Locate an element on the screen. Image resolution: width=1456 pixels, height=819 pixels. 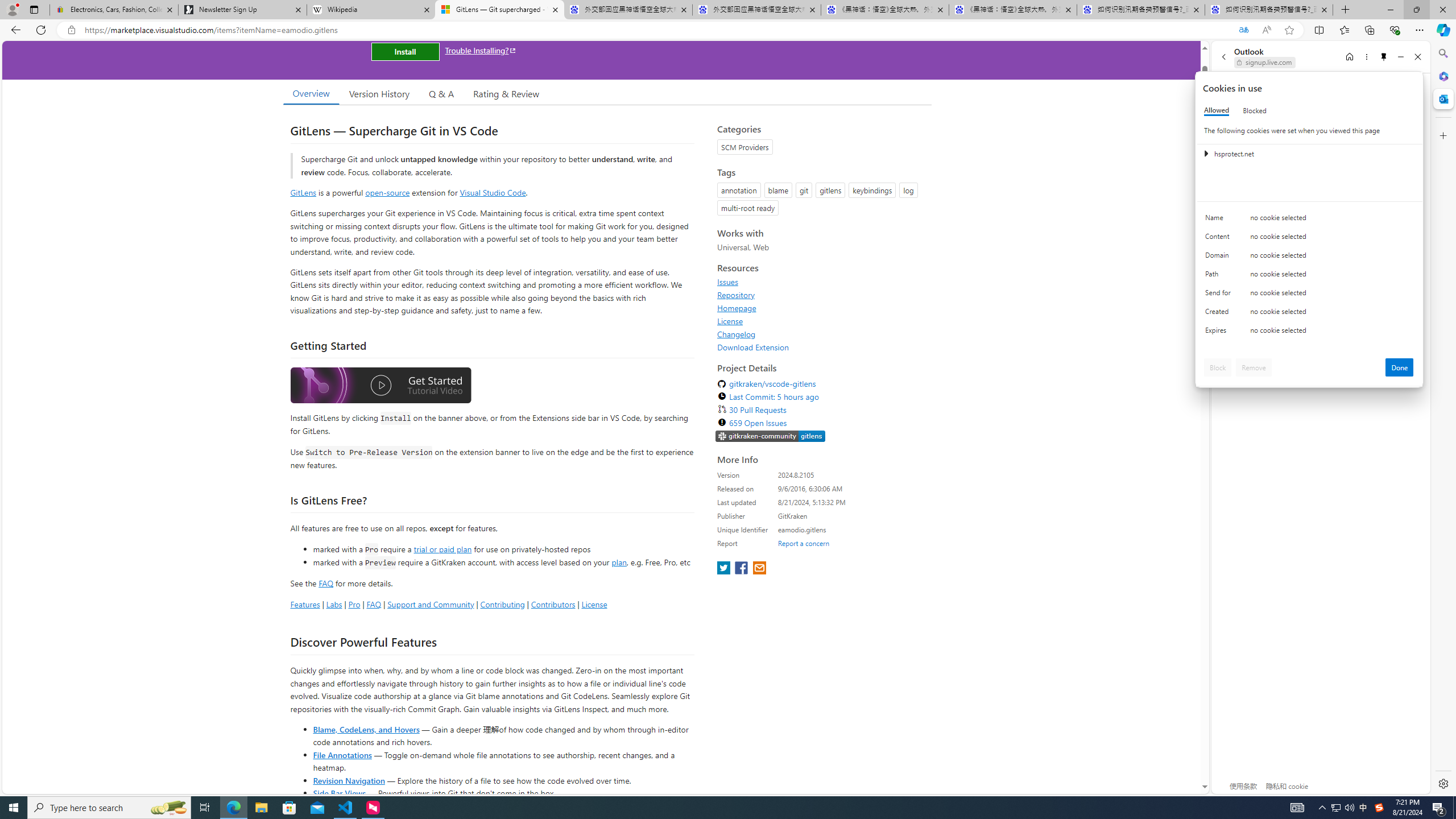
'Allowed' is located at coordinates (1215, 110).